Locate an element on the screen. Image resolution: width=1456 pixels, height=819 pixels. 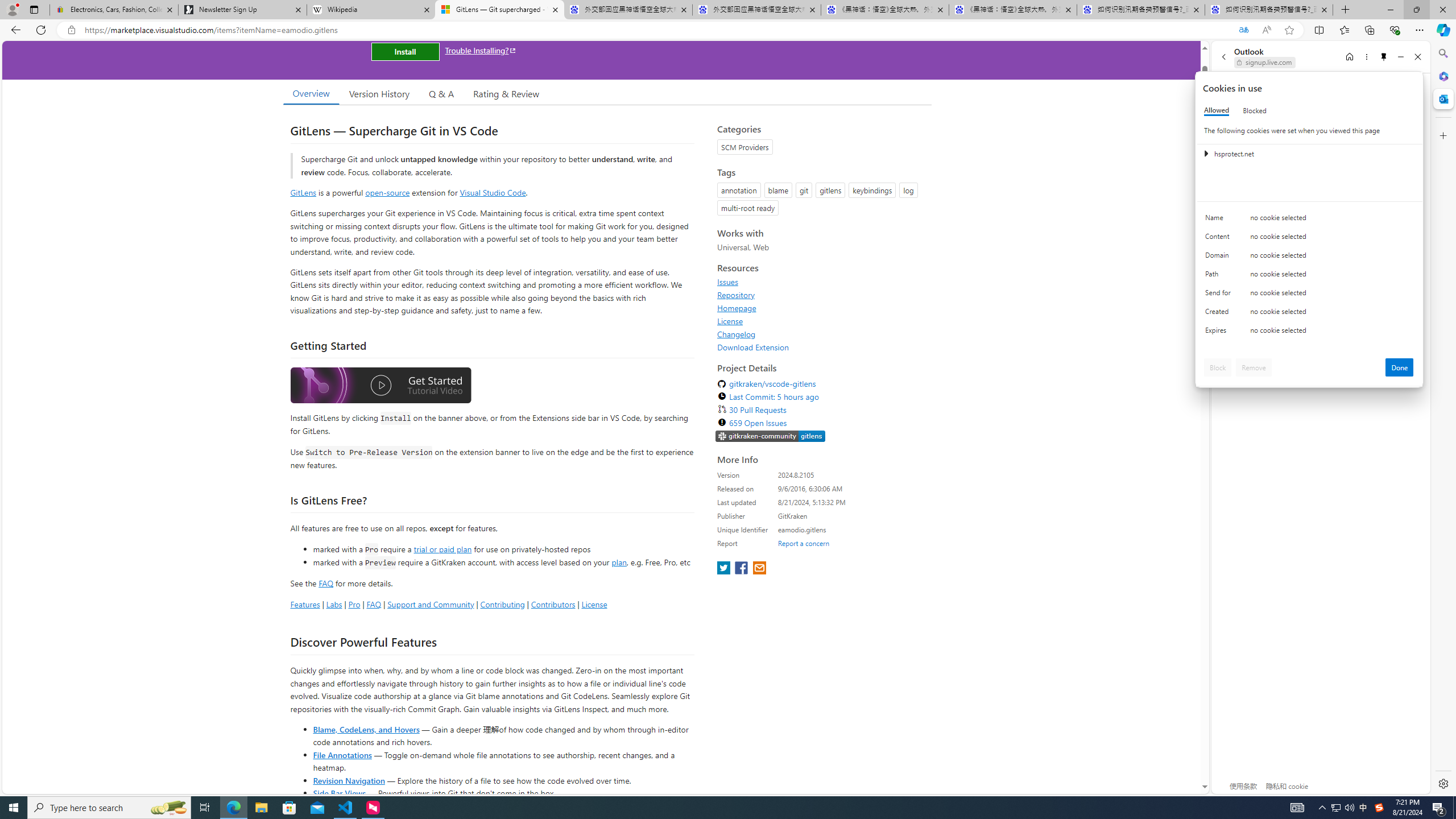
'Allowed' is located at coordinates (1215, 110).